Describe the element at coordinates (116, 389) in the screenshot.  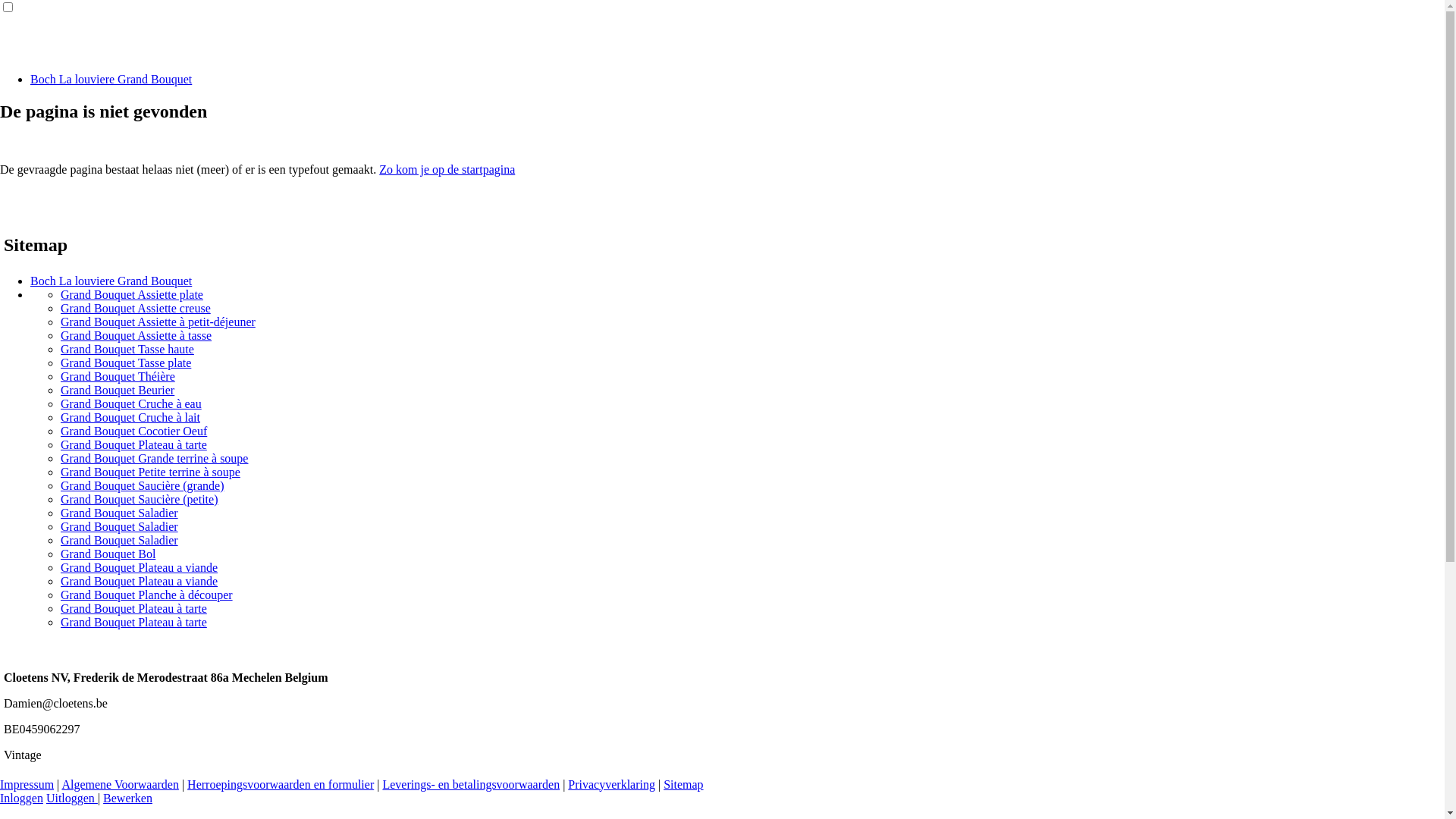
I see `'Grand Bouquet Beurier'` at that location.